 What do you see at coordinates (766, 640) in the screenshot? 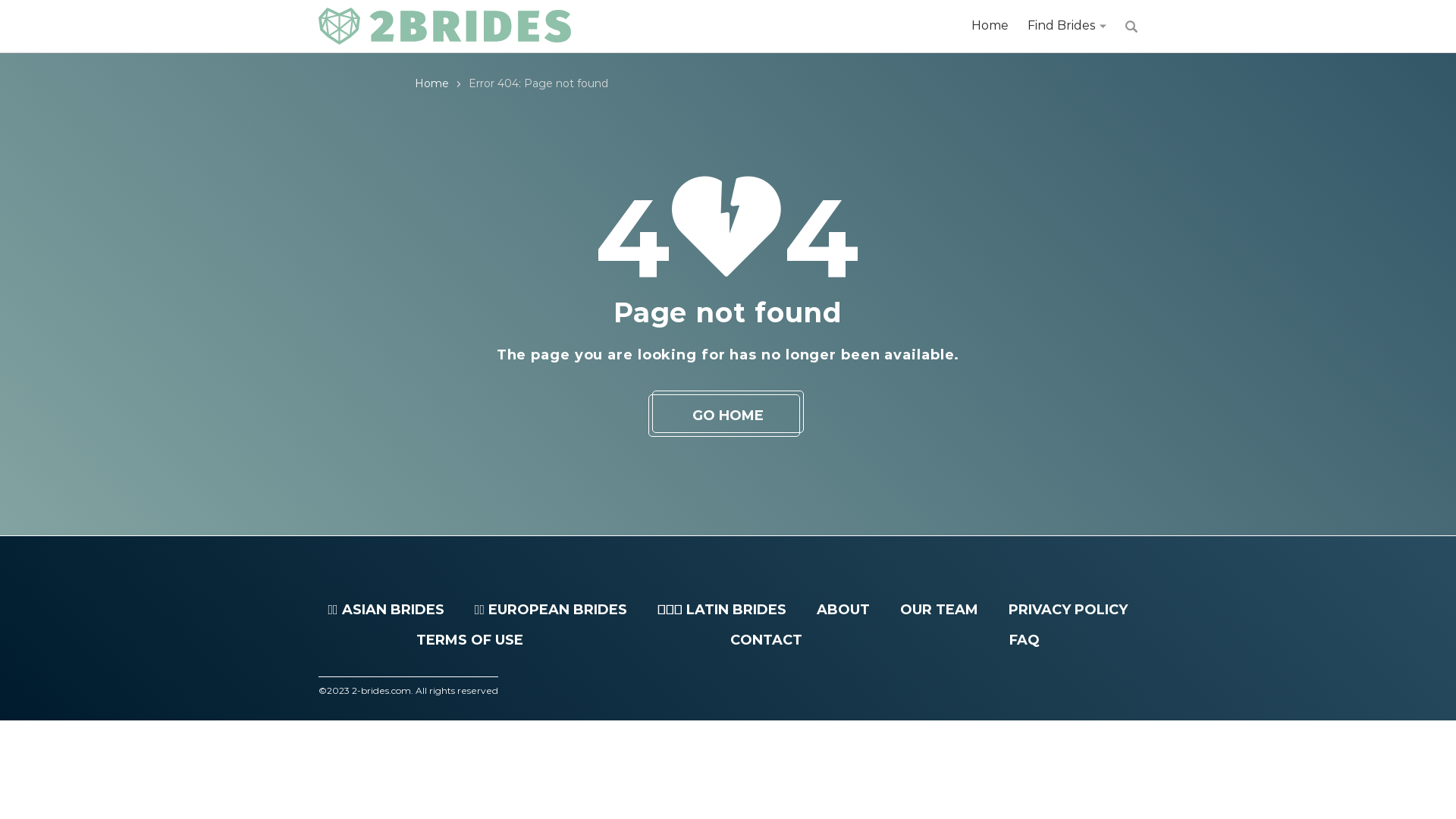
I see `'CONTACT'` at bounding box center [766, 640].